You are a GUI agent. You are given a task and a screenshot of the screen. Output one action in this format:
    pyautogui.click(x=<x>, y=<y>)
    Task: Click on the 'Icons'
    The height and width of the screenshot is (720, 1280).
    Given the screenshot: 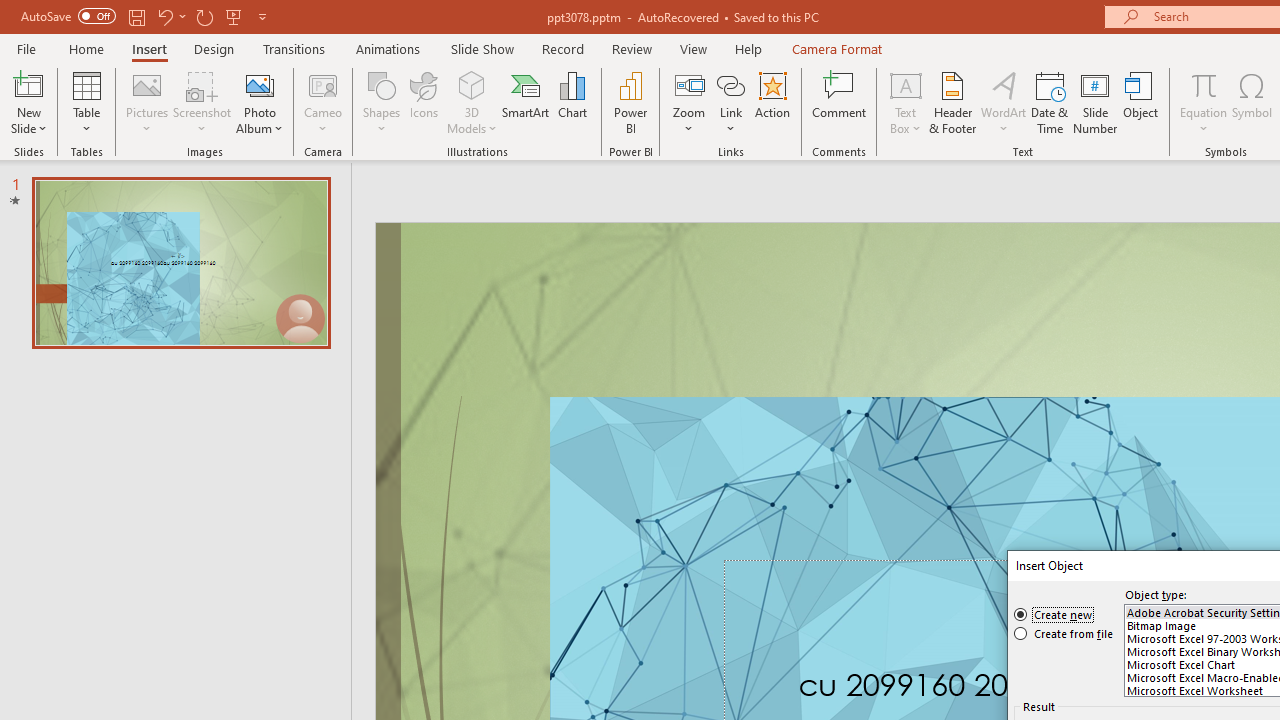 What is the action you would take?
    pyautogui.click(x=423, y=103)
    